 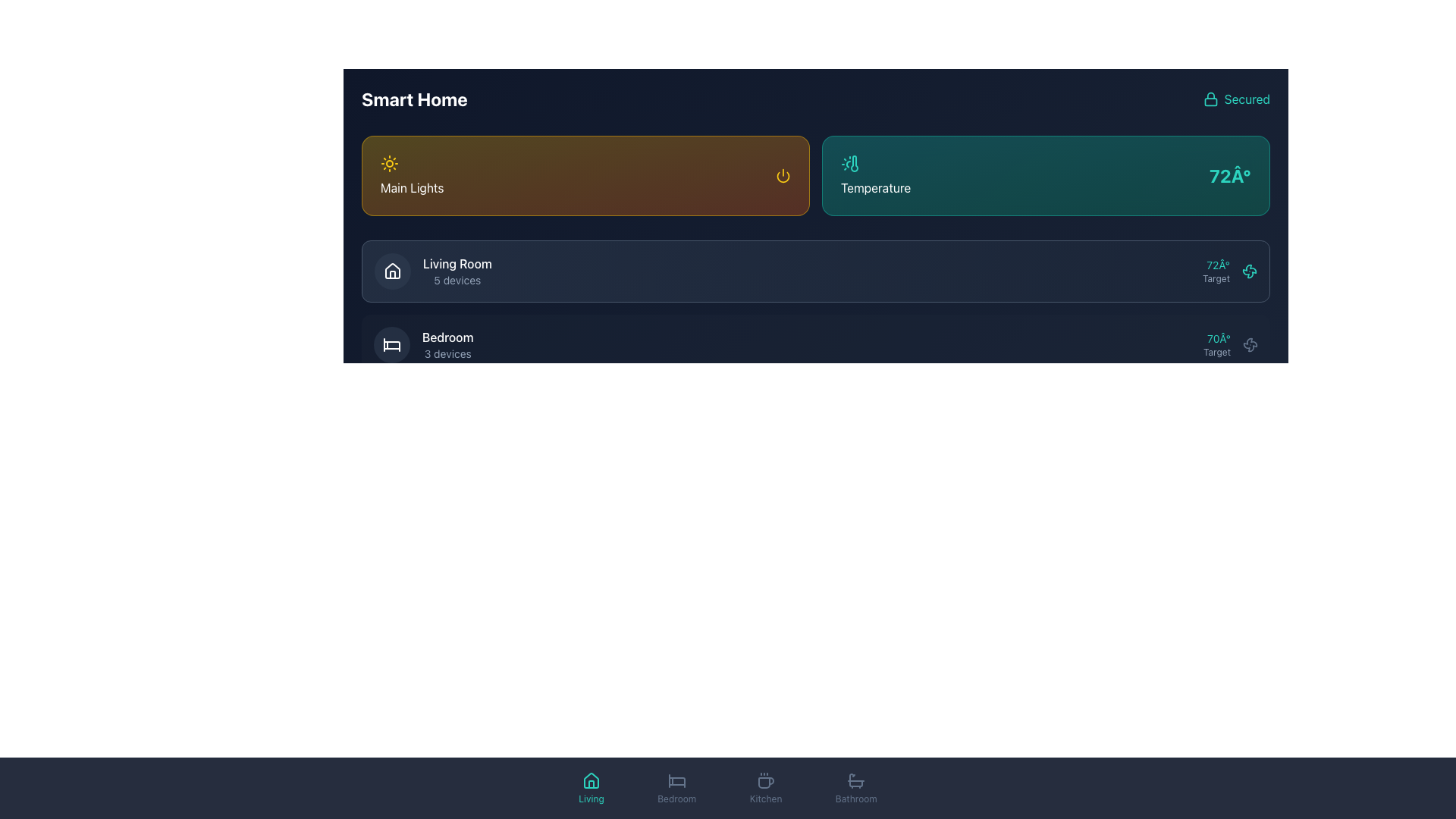 What do you see at coordinates (814, 271) in the screenshot?
I see `the 'Living Room' Card component` at bounding box center [814, 271].